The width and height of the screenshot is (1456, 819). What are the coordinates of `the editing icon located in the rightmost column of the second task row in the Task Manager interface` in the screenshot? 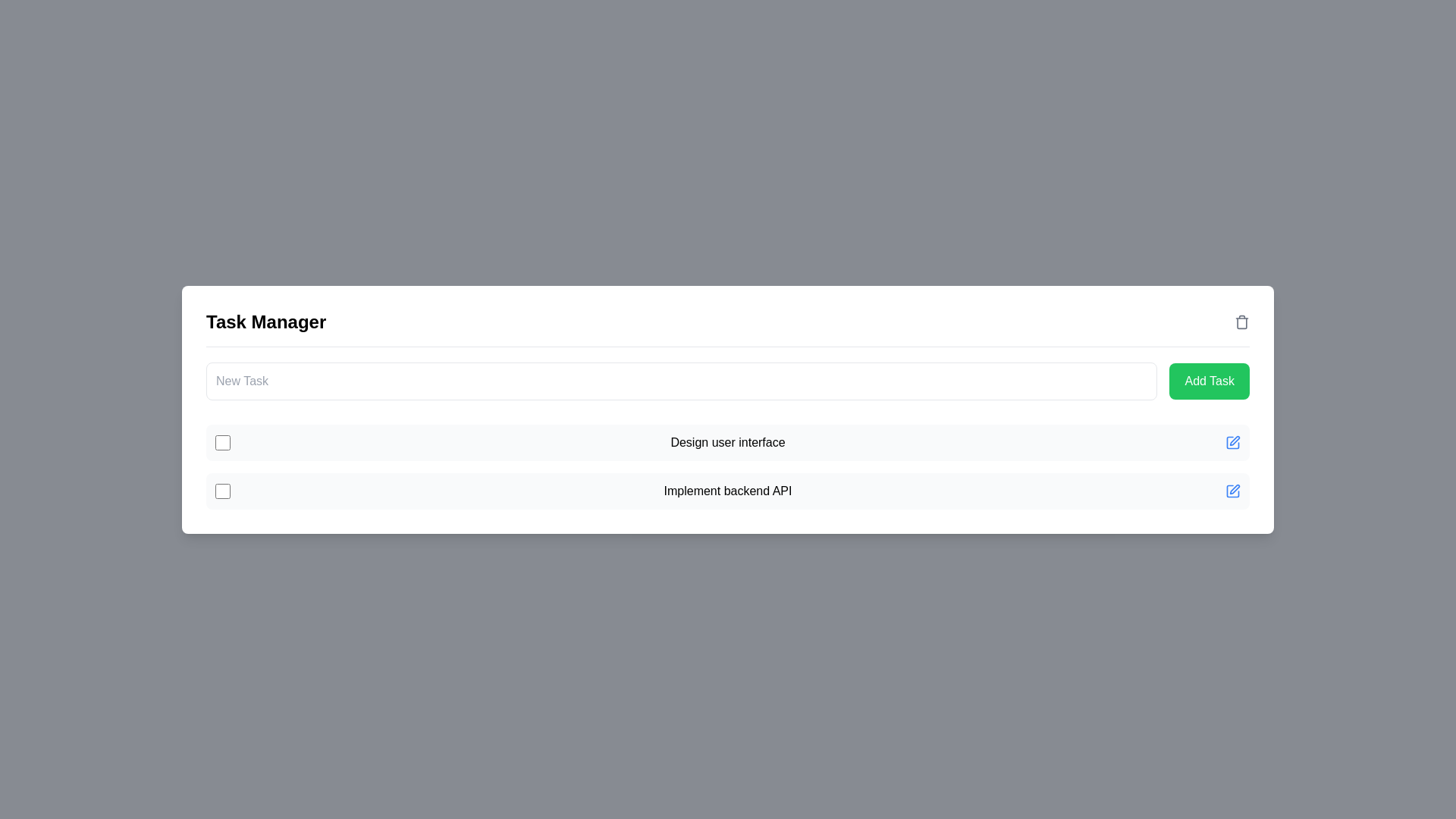 It's located at (1233, 441).